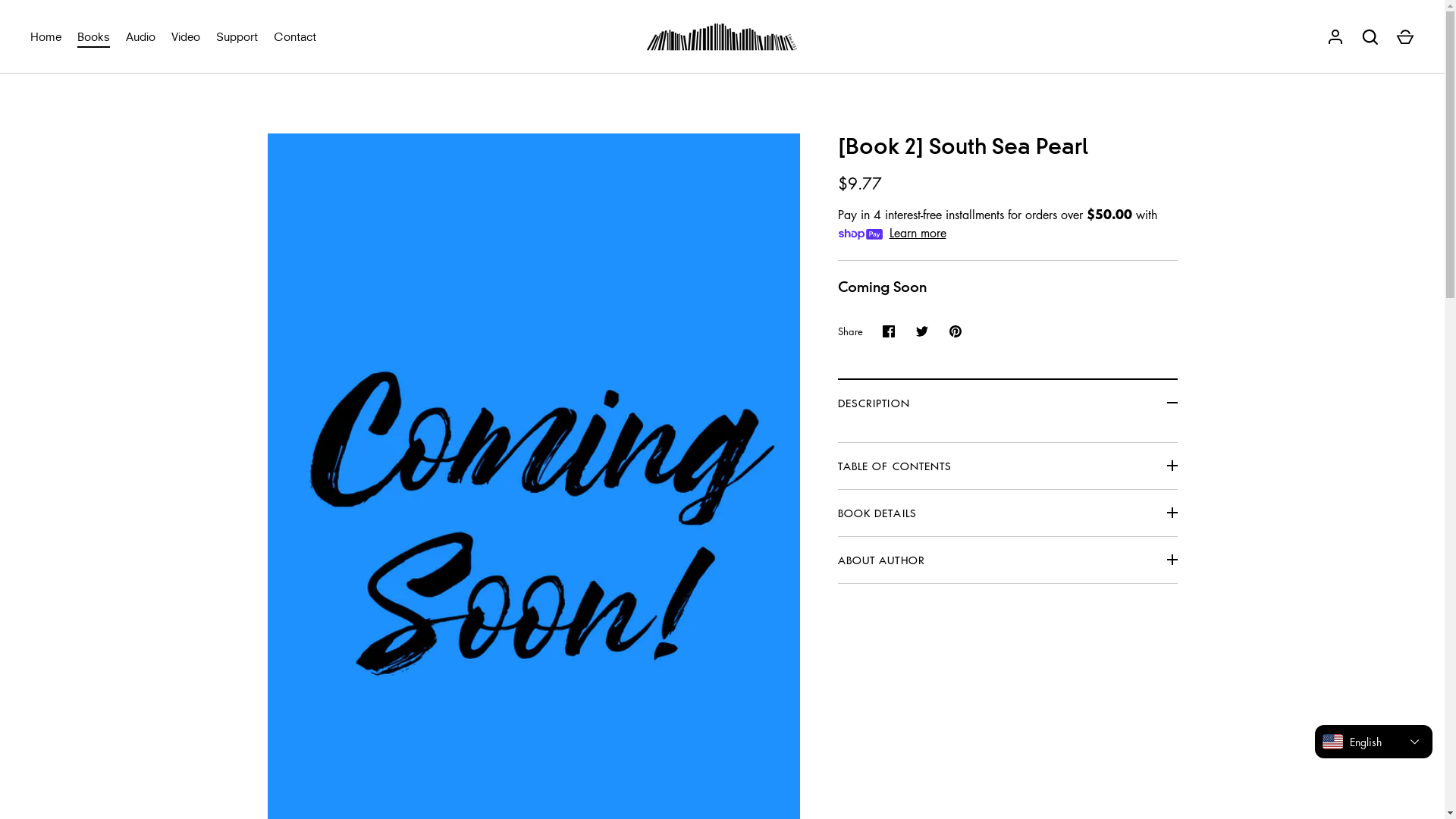 The image size is (1456, 819). What do you see at coordinates (921, 330) in the screenshot?
I see `'Share on Twitter'` at bounding box center [921, 330].